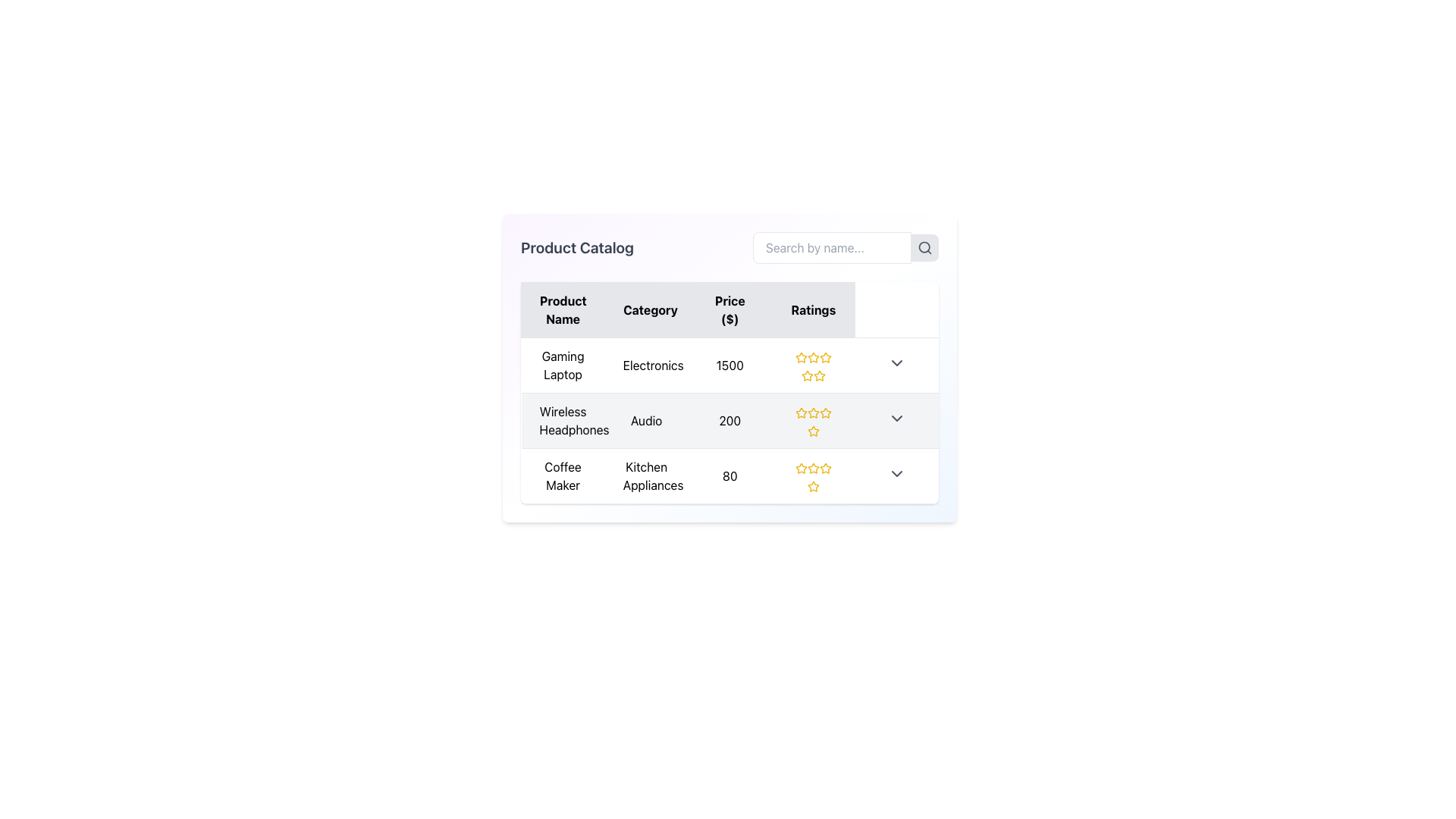 This screenshot has width=1456, height=819. I want to click on the search button which is a small rounded rectangle with a light gray fill and a magnifying glass icon, located adjacent to the right side of the text input box in the header section, so click(924, 247).